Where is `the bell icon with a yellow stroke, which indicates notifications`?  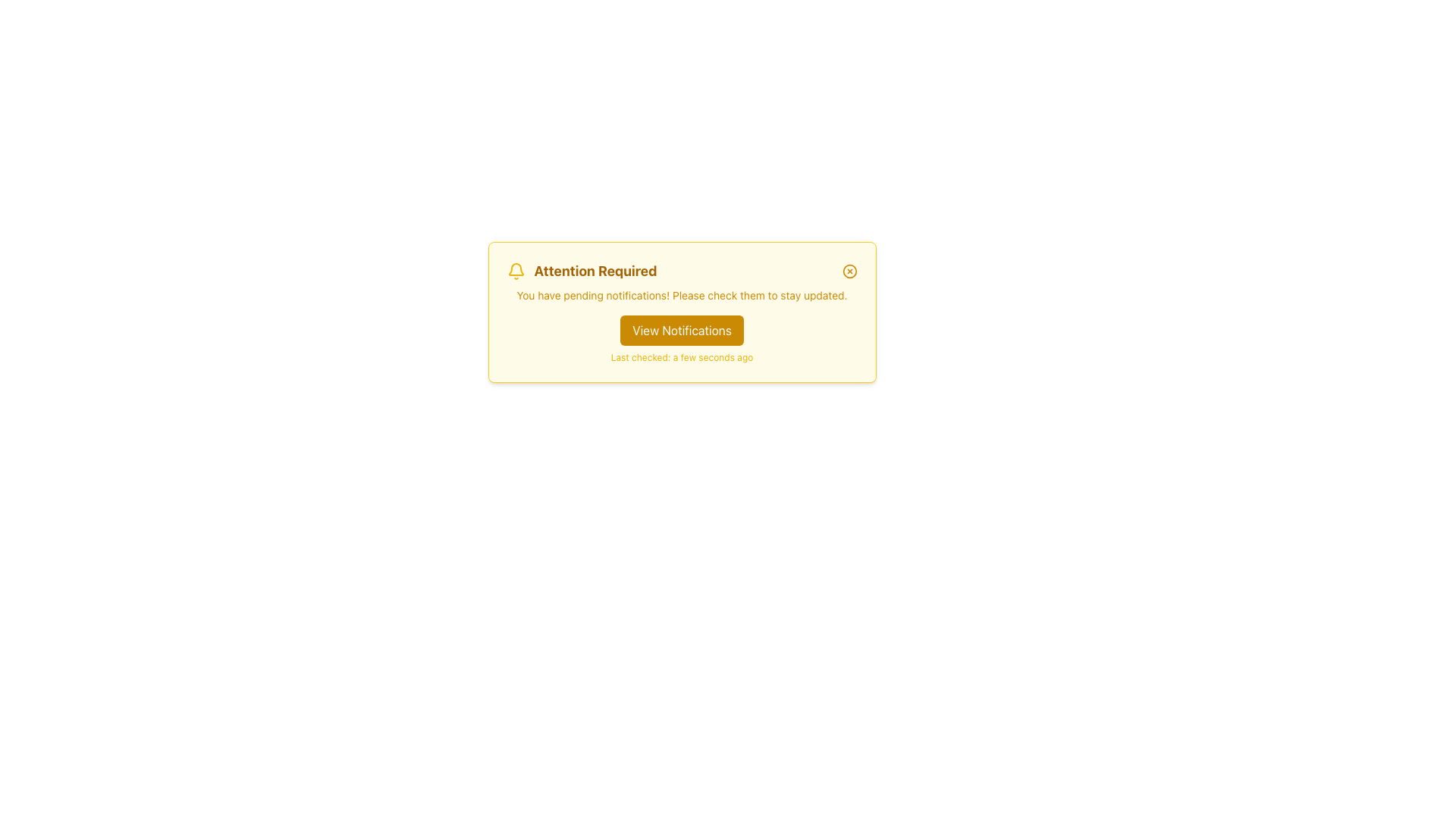 the bell icon with a yellow stroke, which indicates notifications is located at coordinates (516, 271).